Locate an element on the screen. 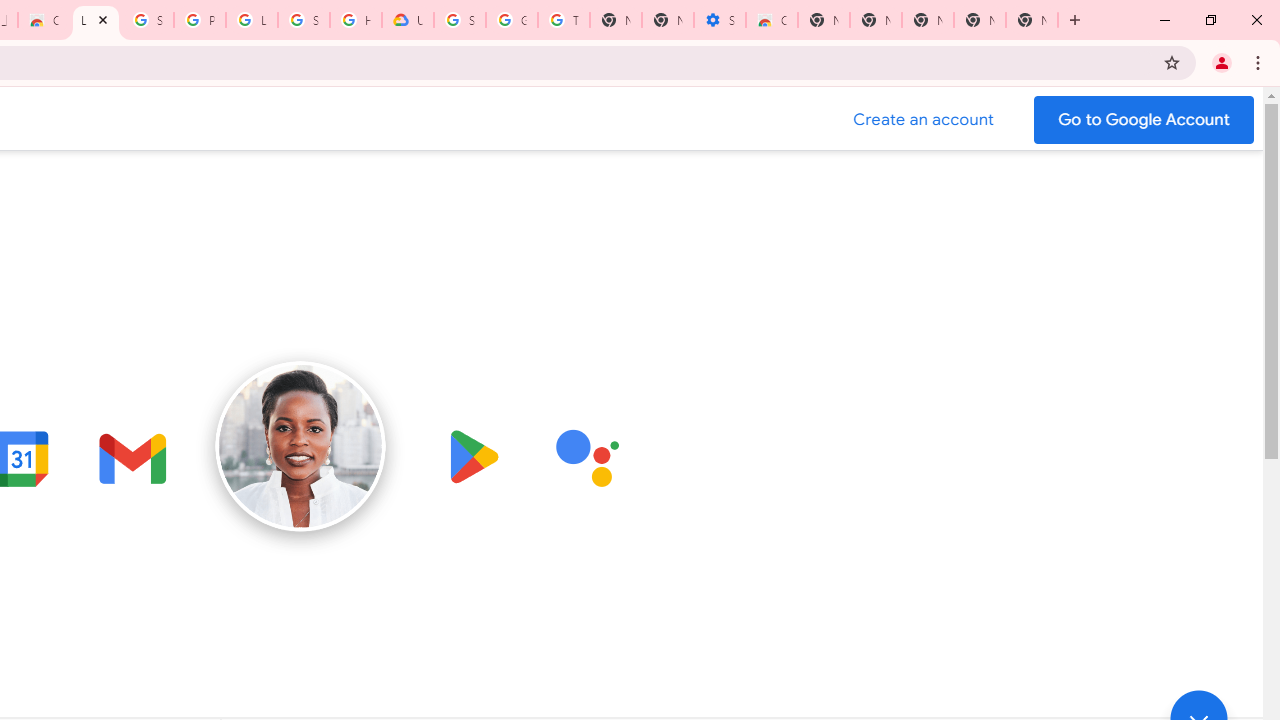  'Google Account Help' is located at coordinates (512, 20).